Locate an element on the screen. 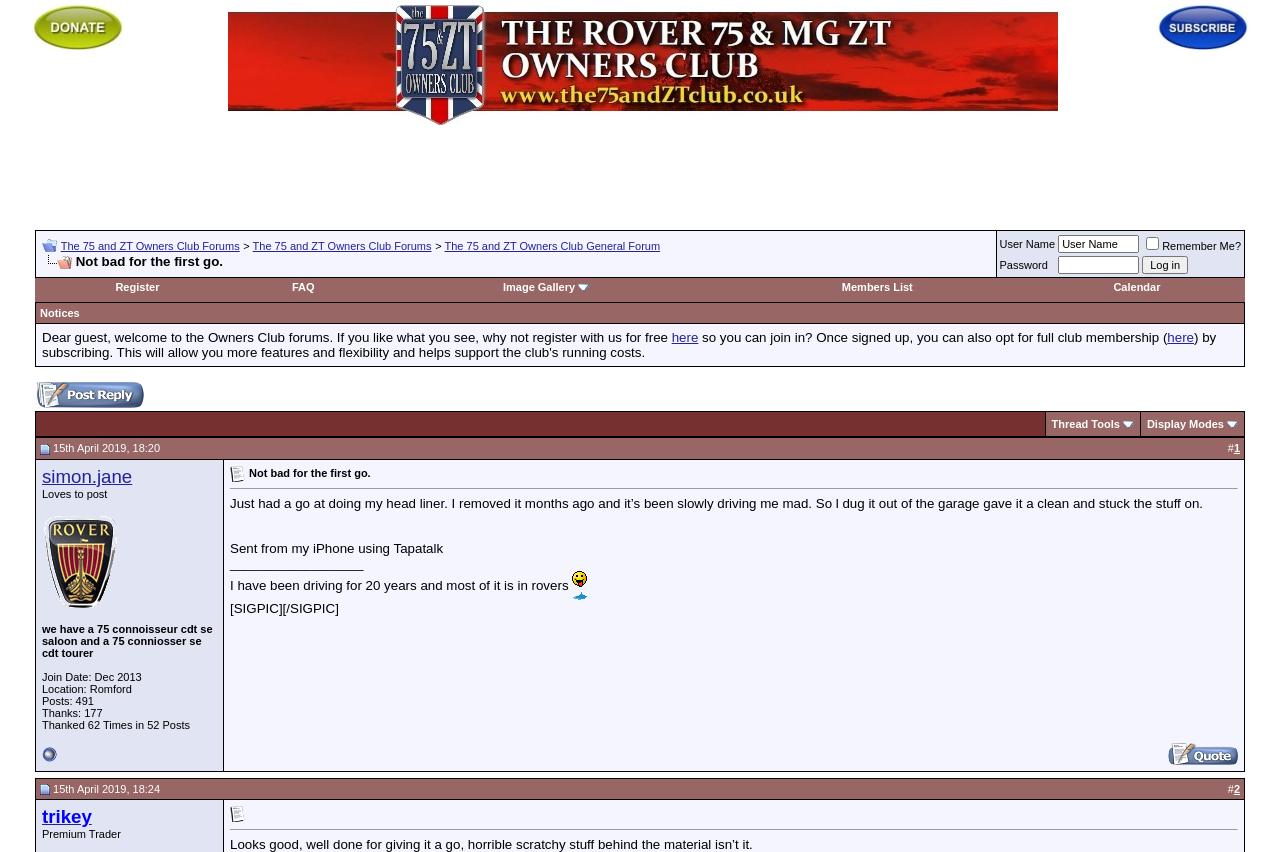 The image size is (1280, 852). 'Posts: 491' is located at coordinates (41, 700).